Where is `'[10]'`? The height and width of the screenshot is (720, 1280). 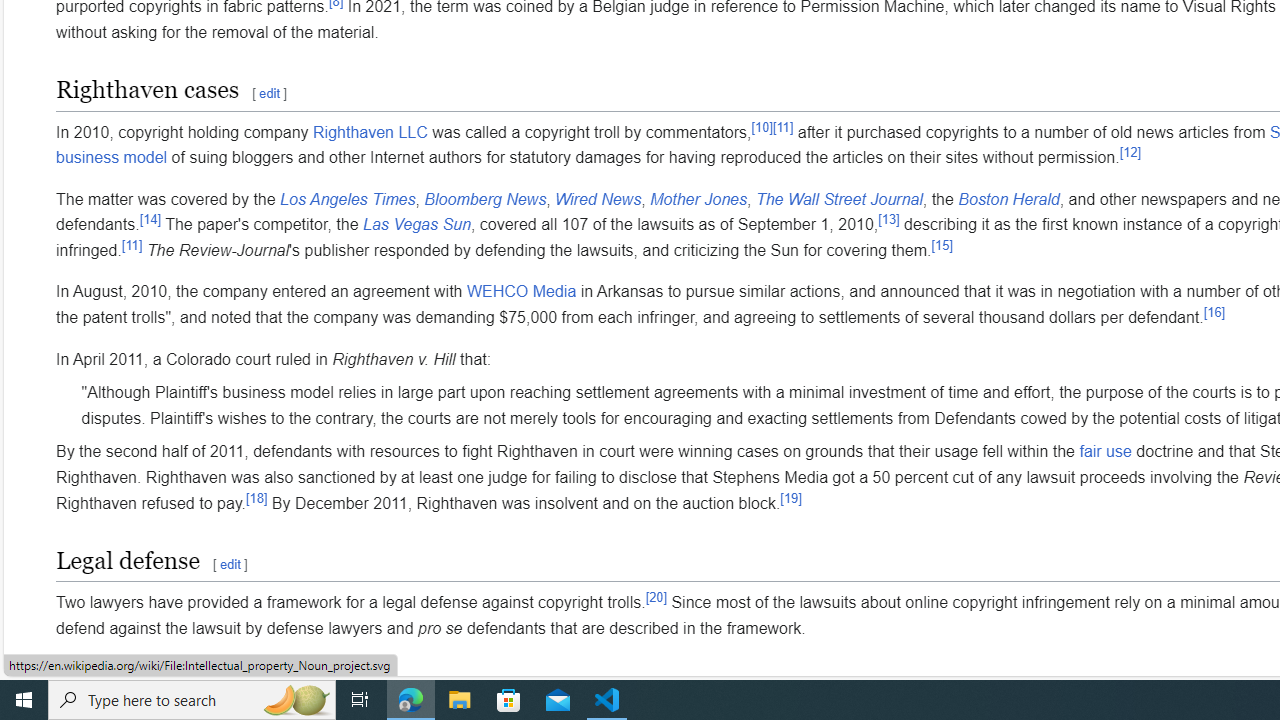
'[10]' is located at coordinates (761, 127).